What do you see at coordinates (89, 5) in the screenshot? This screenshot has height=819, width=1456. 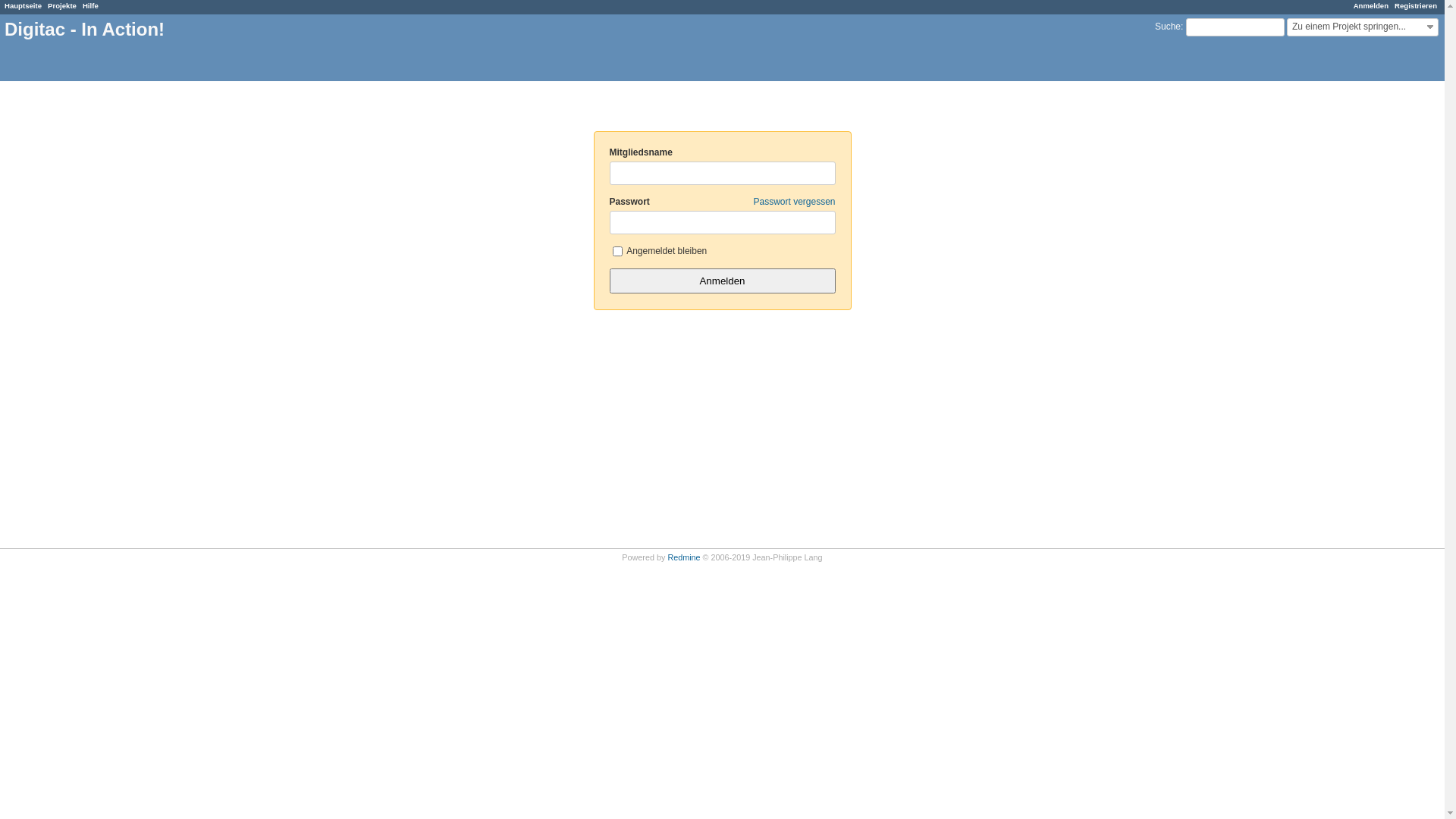 I see `'Hilfe'` at bounding box center [89, 5].